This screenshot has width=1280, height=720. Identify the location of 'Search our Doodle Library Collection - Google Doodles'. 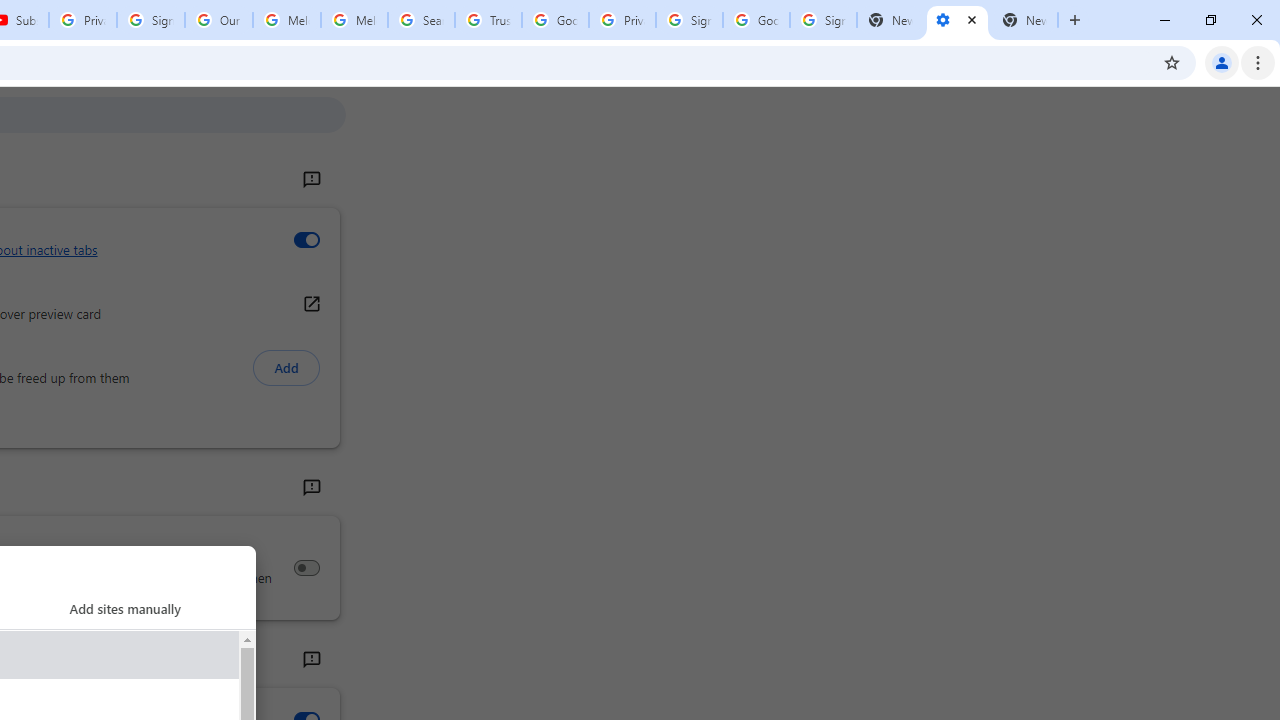
(420, 20).